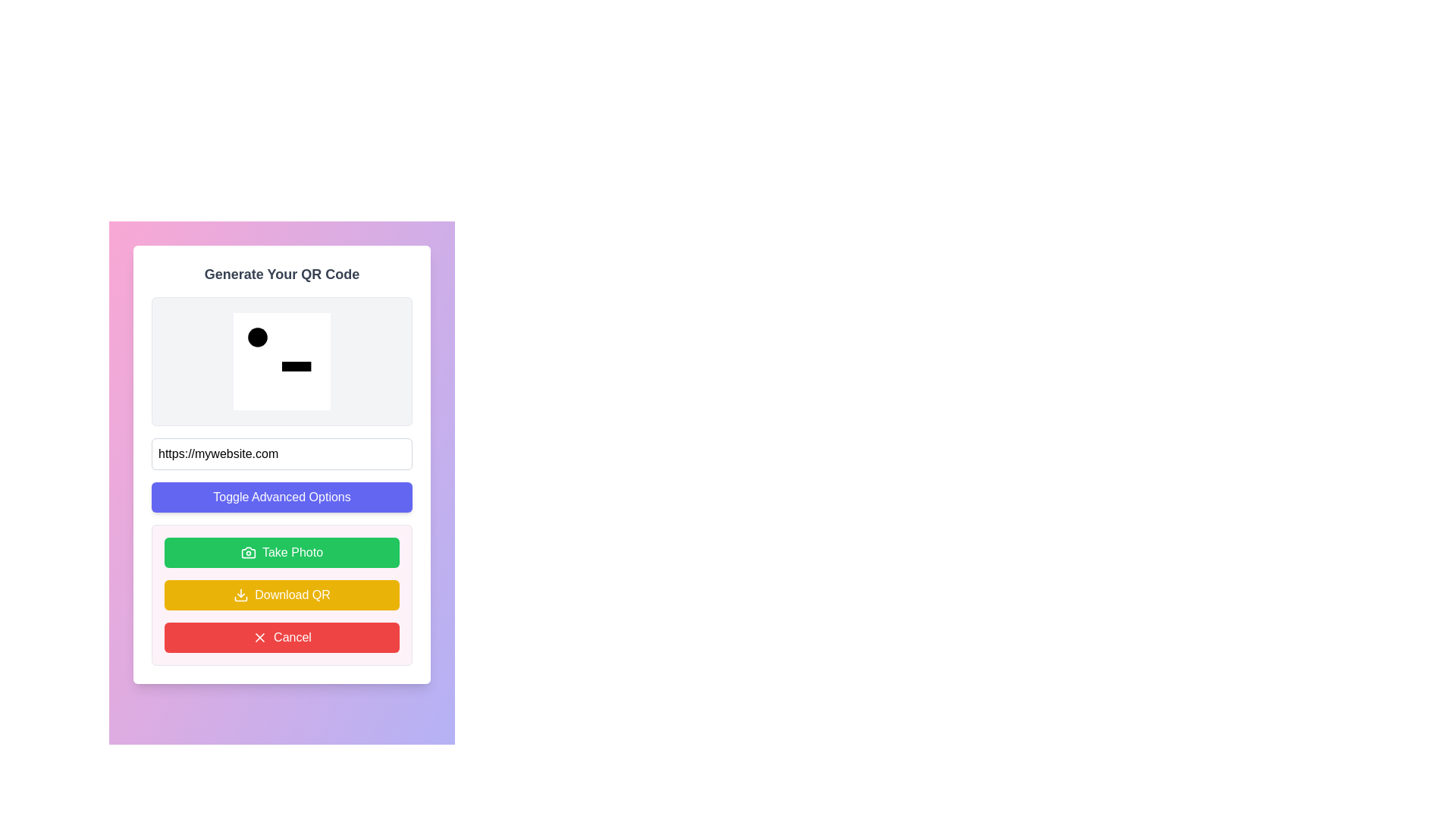 The image size is (1456, 819). What do you see at coordinates (260, 637) in the screenshot?
I see `the small cross icon located on the left side of the 'Cancel' button, which has a gray color on a red background` at bounding box center [260, 637].